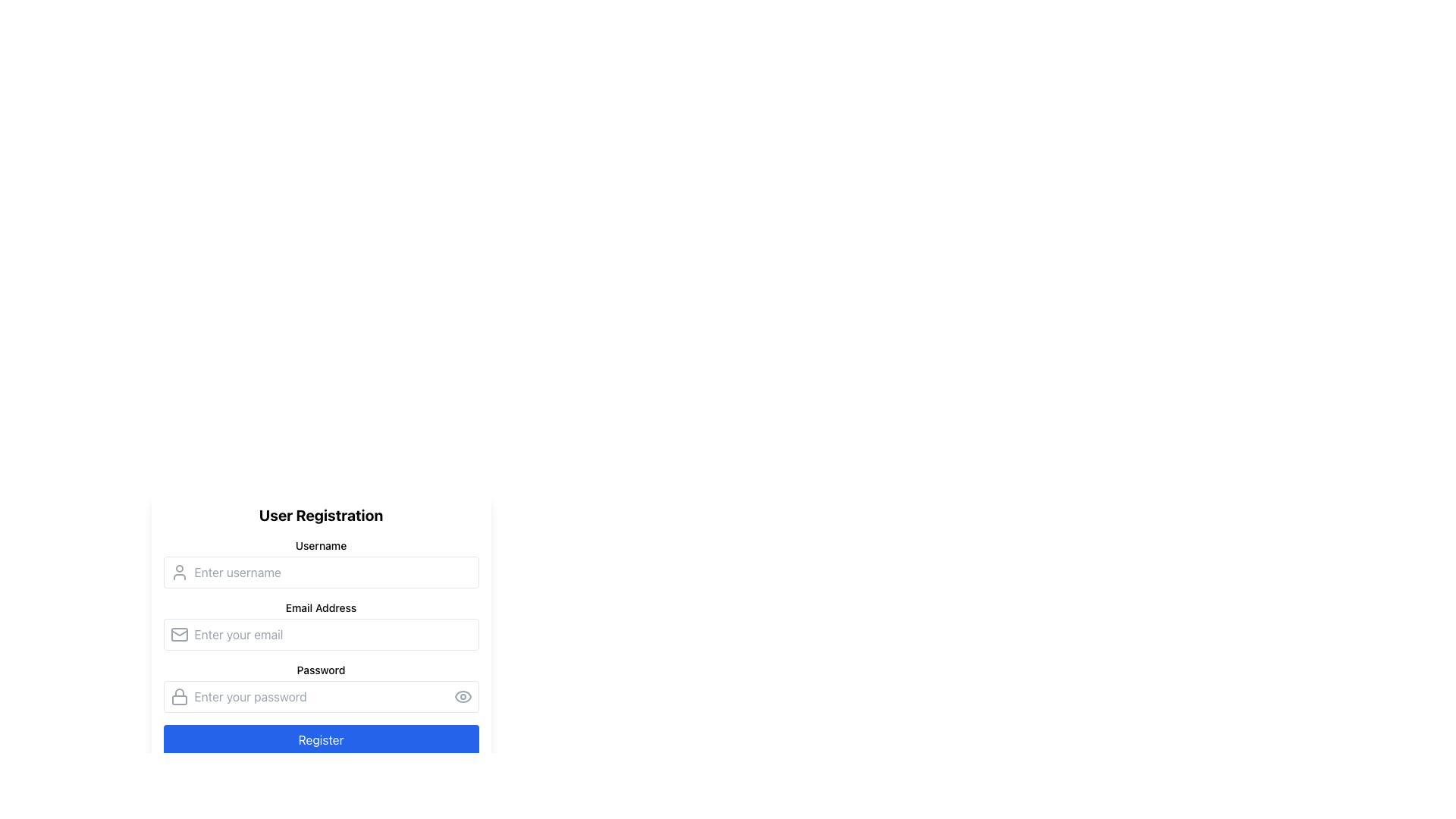 This screenshot has width=1456, height=819. What do you see at coordinates (179, 573) in the screenshot?
I see `the user profile silhouette icon located to the left of the 'Enter username' text input field in the 'Username' section of the form` at bounding box center [179, 573].